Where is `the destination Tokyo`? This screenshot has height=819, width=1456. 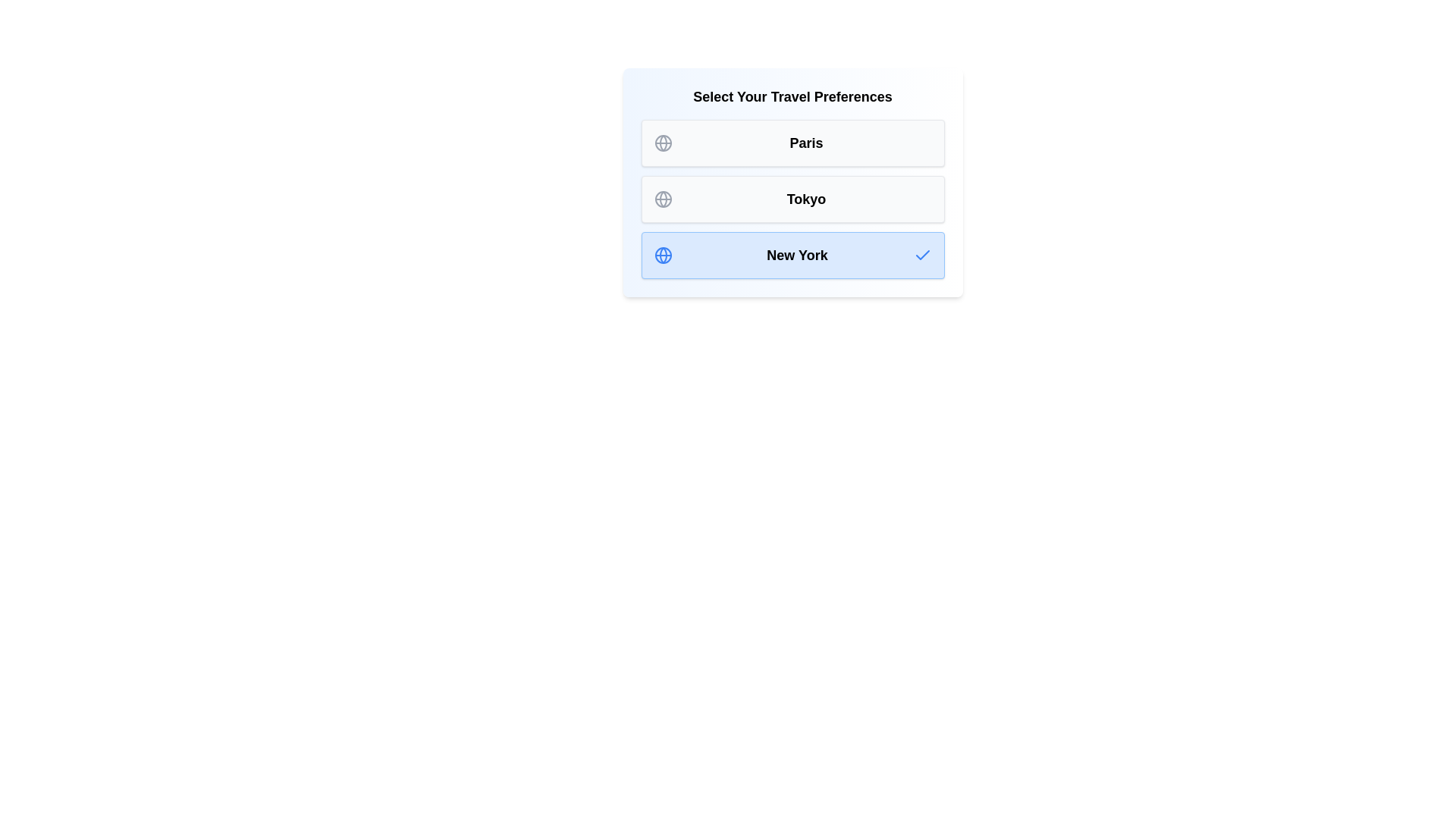 the destination Tokyo is located at coordinates (792, 198).